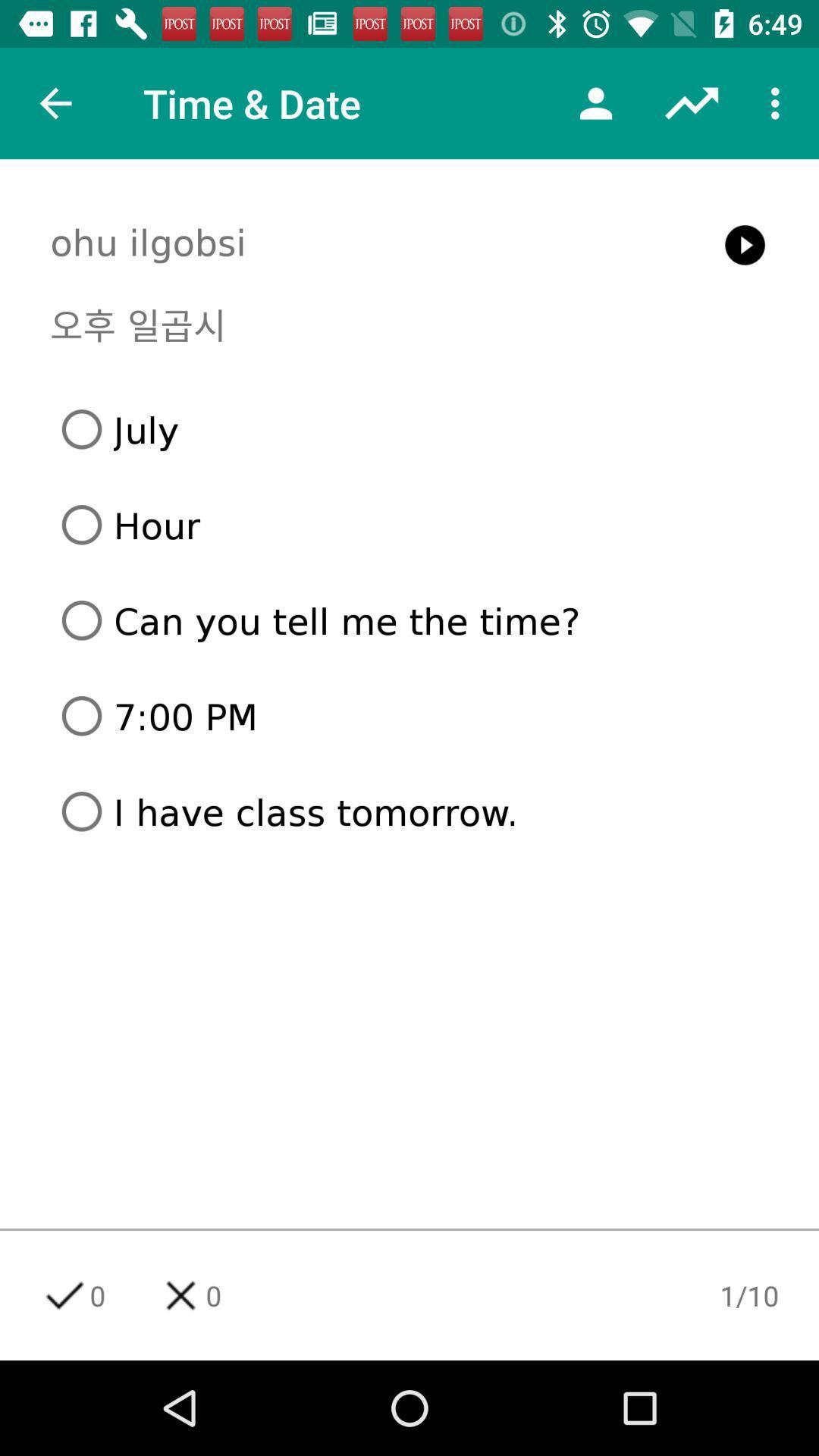 Image resolution: width=819 pixels, height=1456 pixels. What do you see at coordinates (415, 620) in the screenshot?
I see `the can you tell icon` at bounding box center [415, 620].